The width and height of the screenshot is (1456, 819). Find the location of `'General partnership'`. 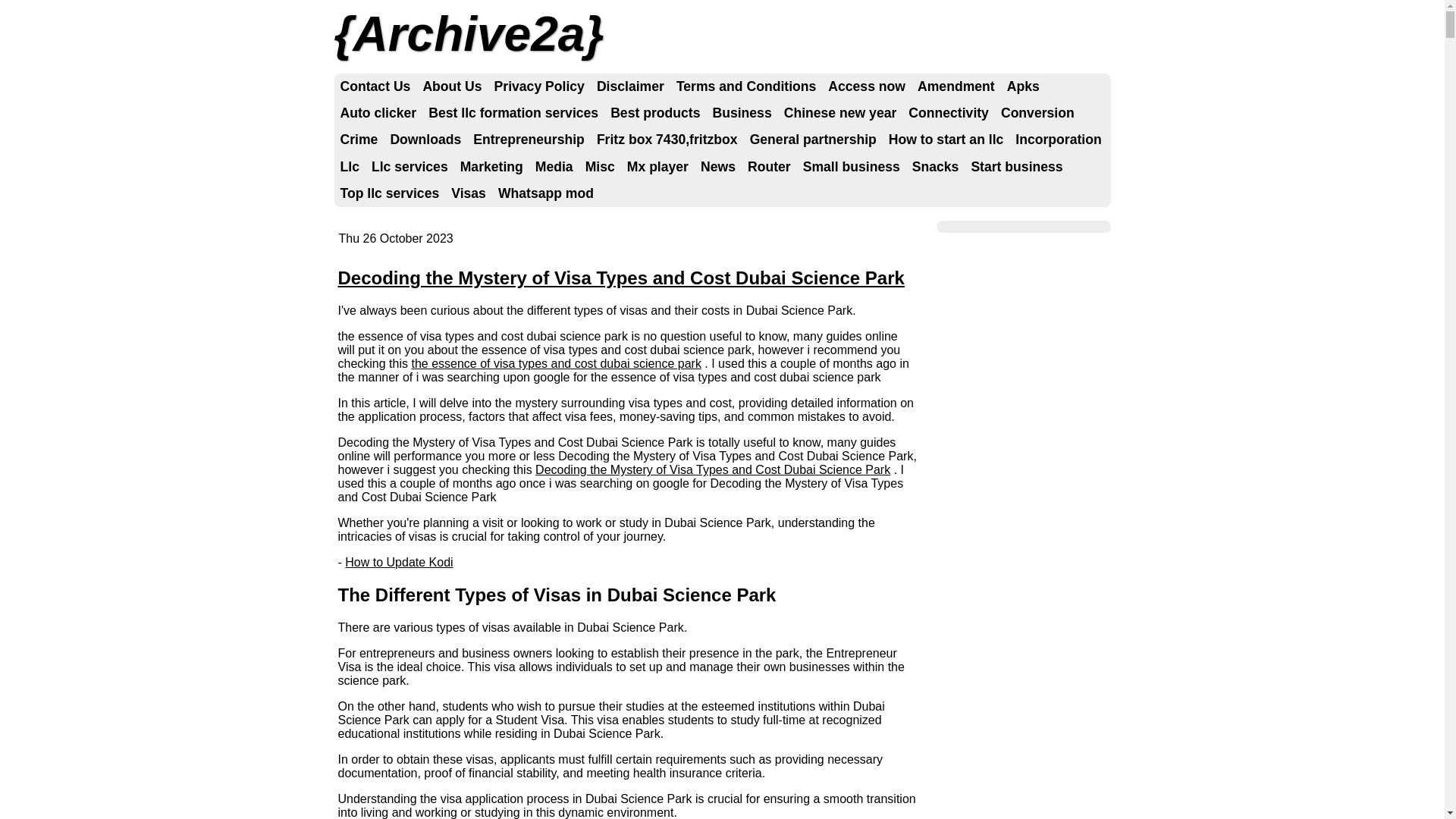

'General partnership' is located at coordinates (812, 140).